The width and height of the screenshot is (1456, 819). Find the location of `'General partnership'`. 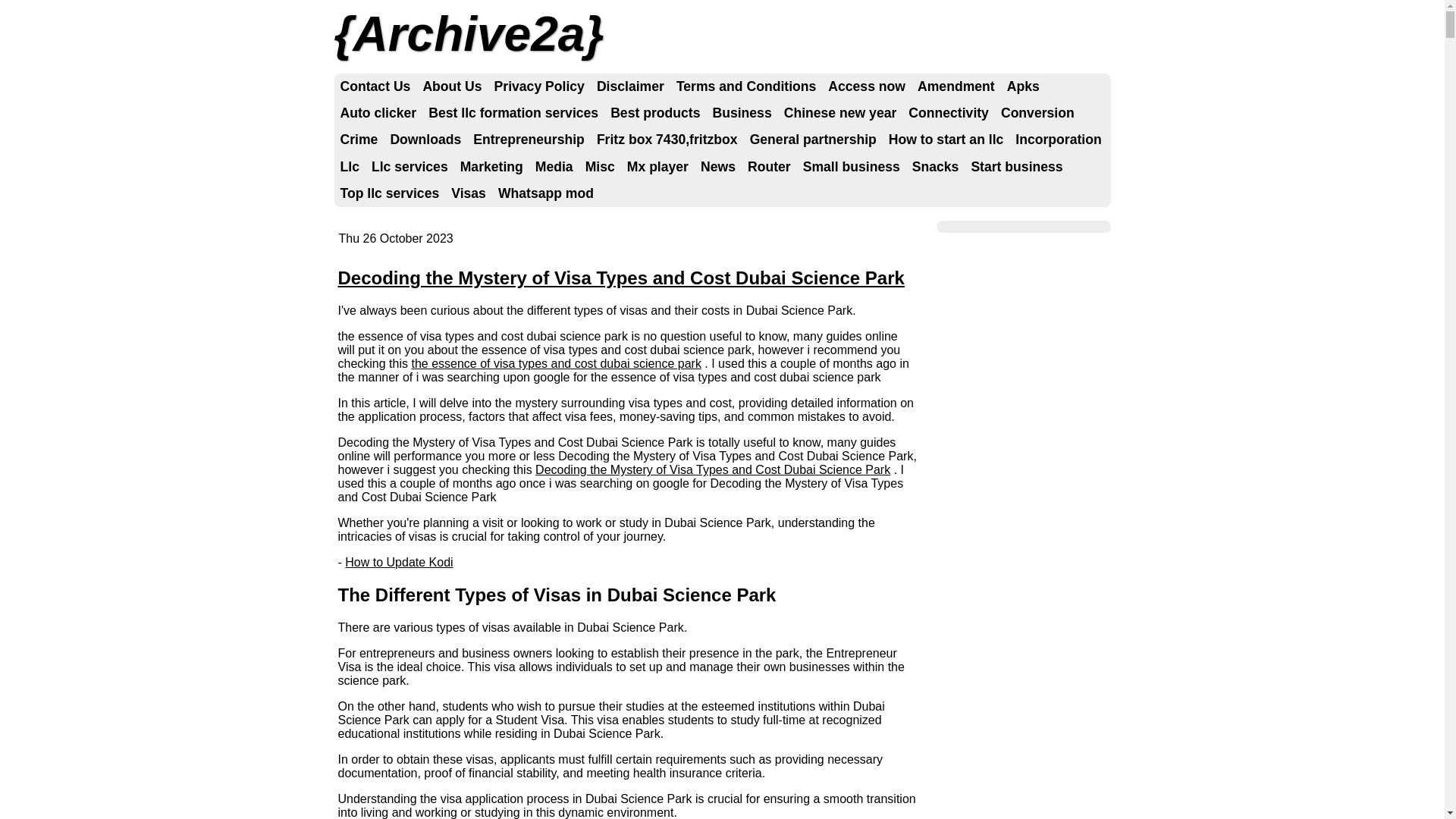

'General partnership' is located at coordinates (812, 140).